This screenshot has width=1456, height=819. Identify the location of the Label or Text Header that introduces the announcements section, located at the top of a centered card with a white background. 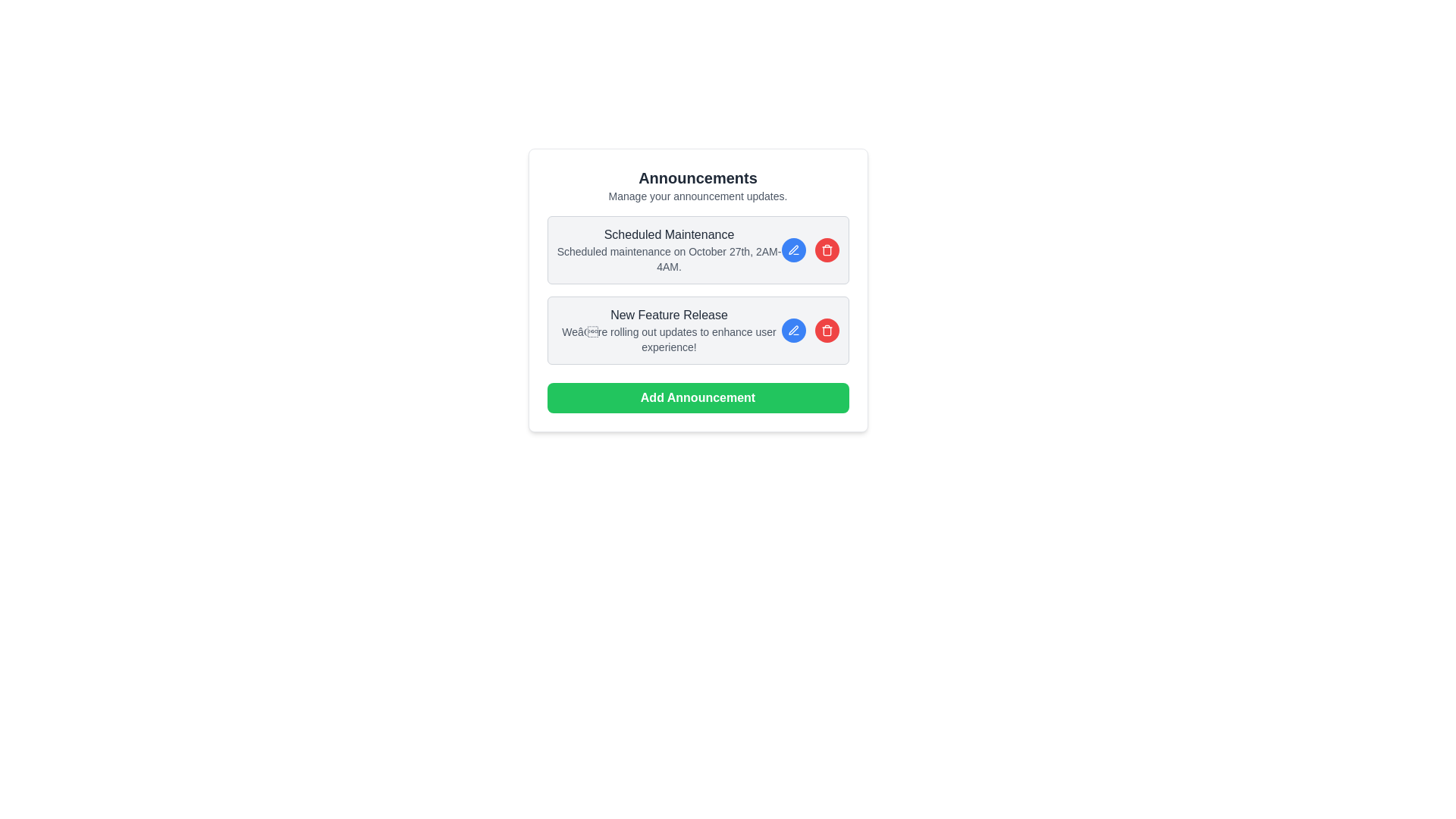
(697, 185).